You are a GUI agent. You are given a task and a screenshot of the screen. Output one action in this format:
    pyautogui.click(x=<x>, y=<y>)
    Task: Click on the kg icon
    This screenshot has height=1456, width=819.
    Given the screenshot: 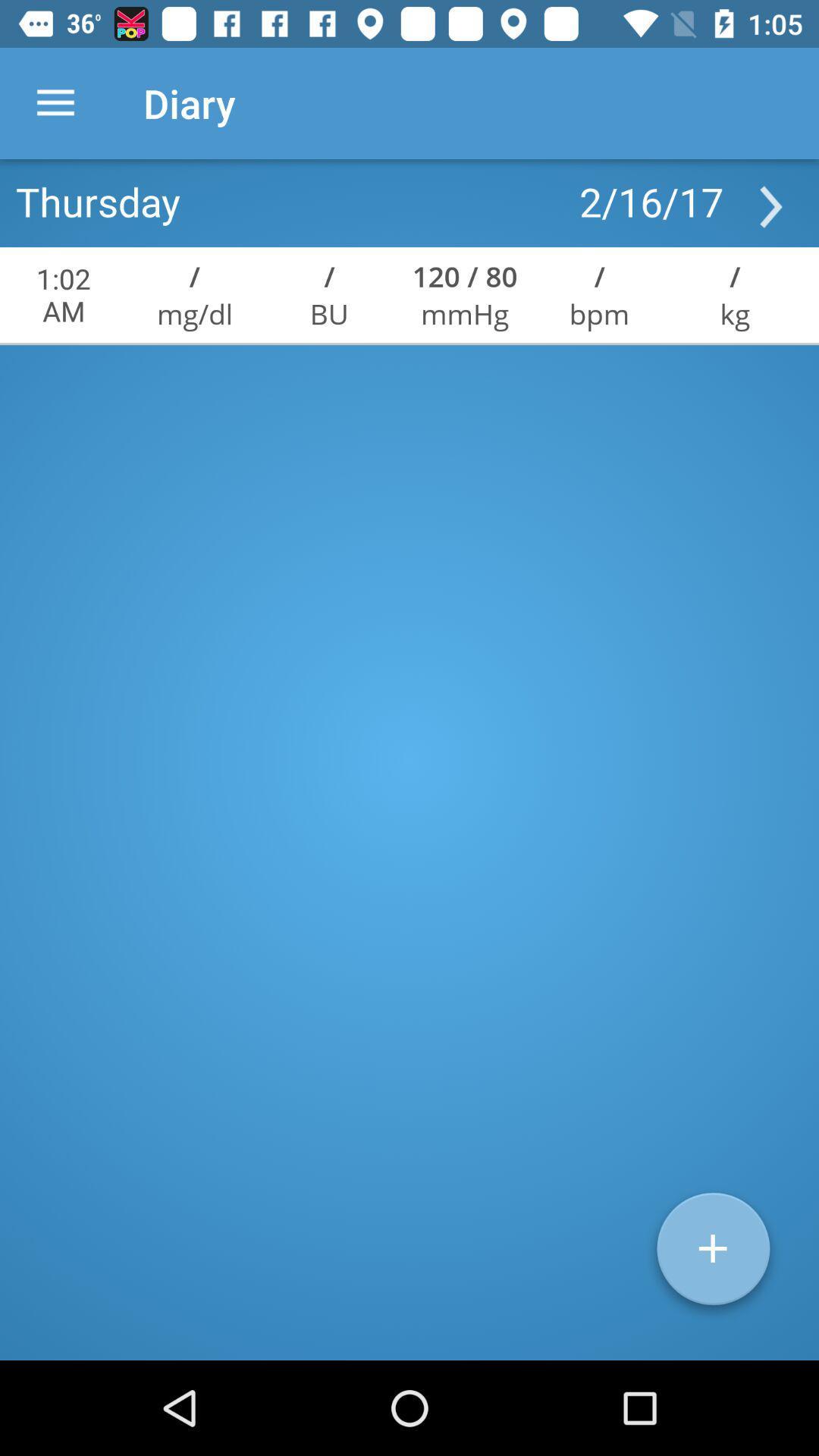 What is the action you would take?
    pyautogui.click(x=734, y=312)
    